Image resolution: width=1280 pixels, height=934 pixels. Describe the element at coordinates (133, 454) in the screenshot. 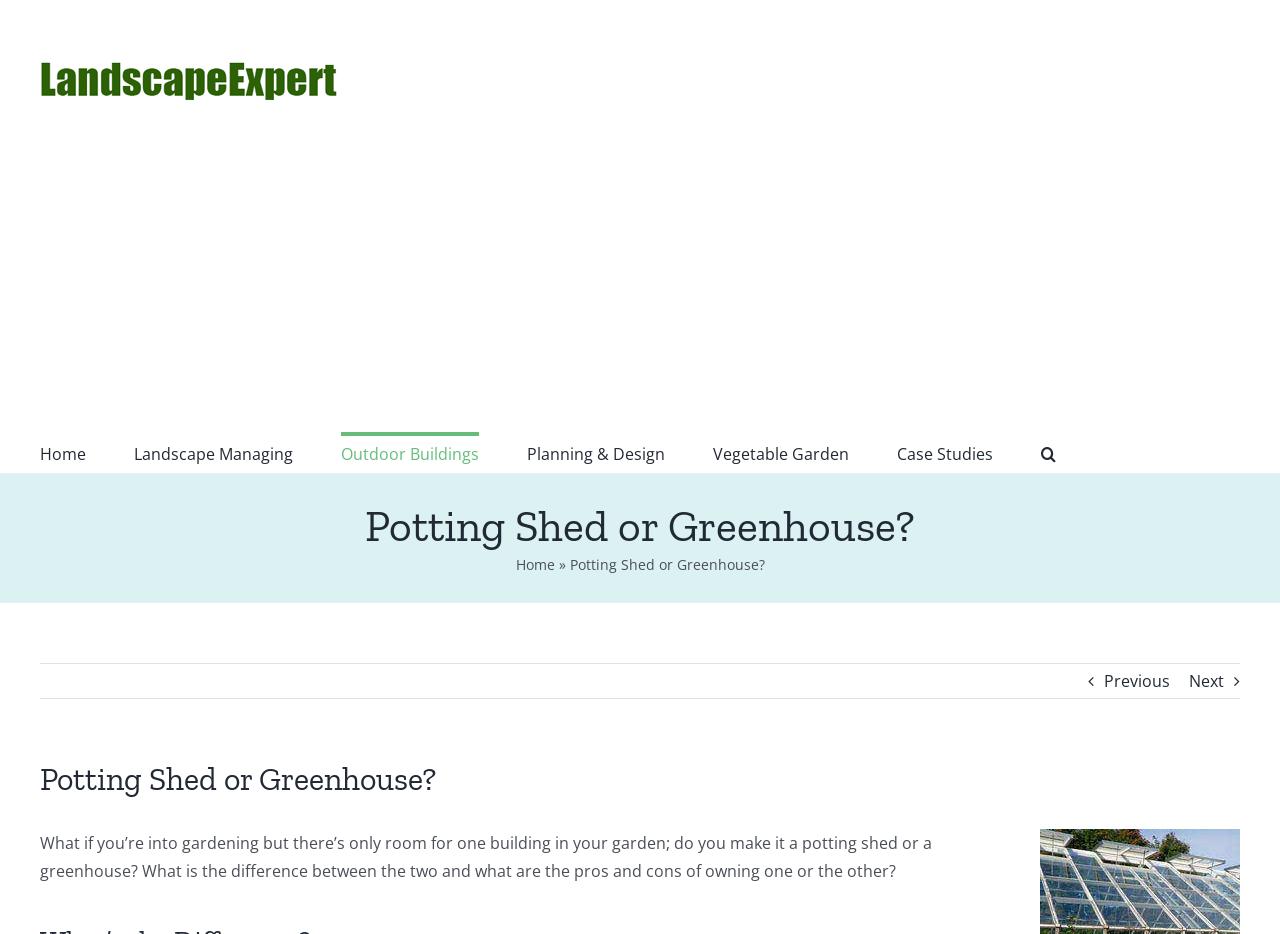

I see `'Landscape Managing'` at that location.